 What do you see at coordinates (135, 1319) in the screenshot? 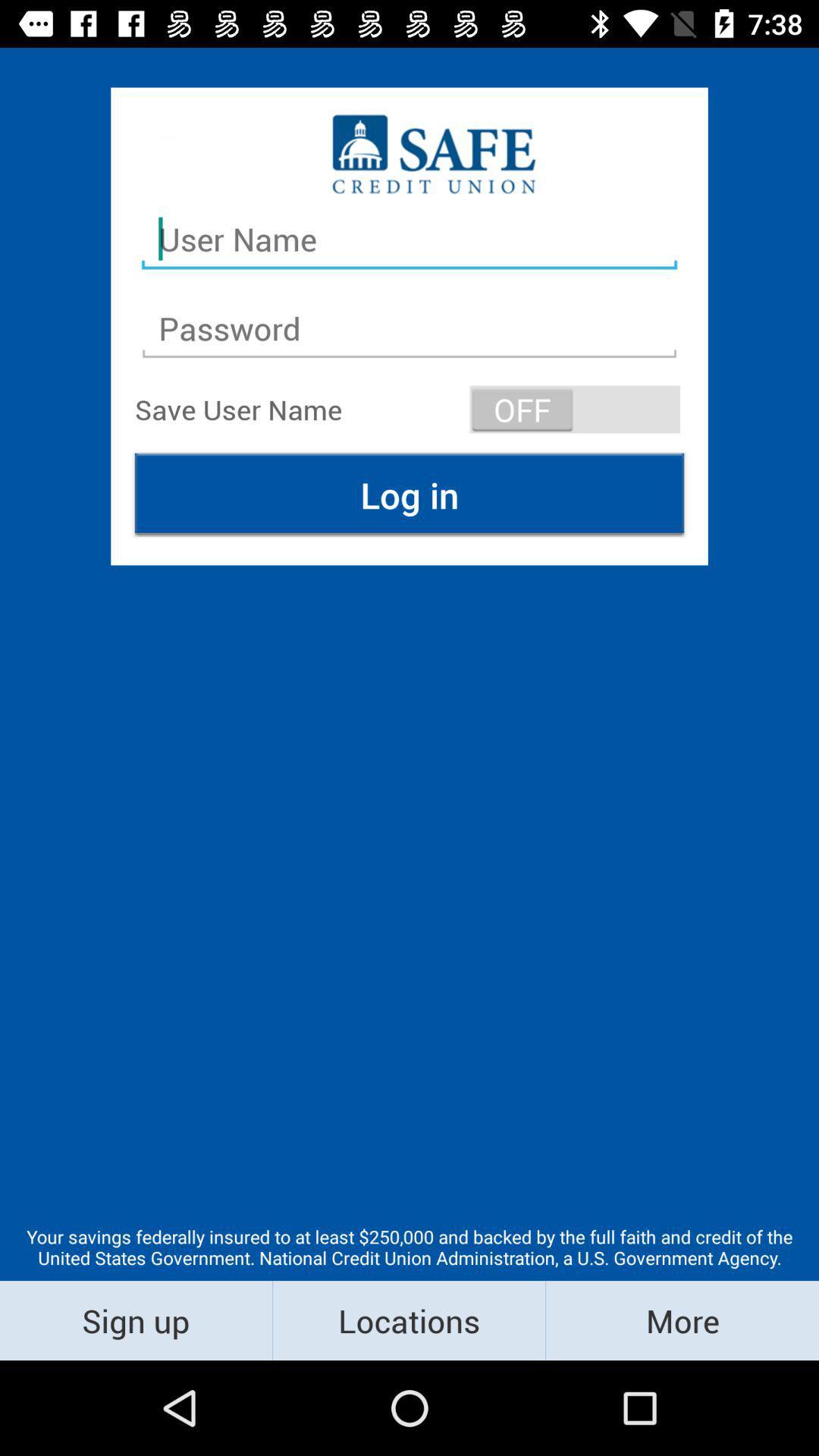
I see `sign up item` at bounding box center [135, 1319].